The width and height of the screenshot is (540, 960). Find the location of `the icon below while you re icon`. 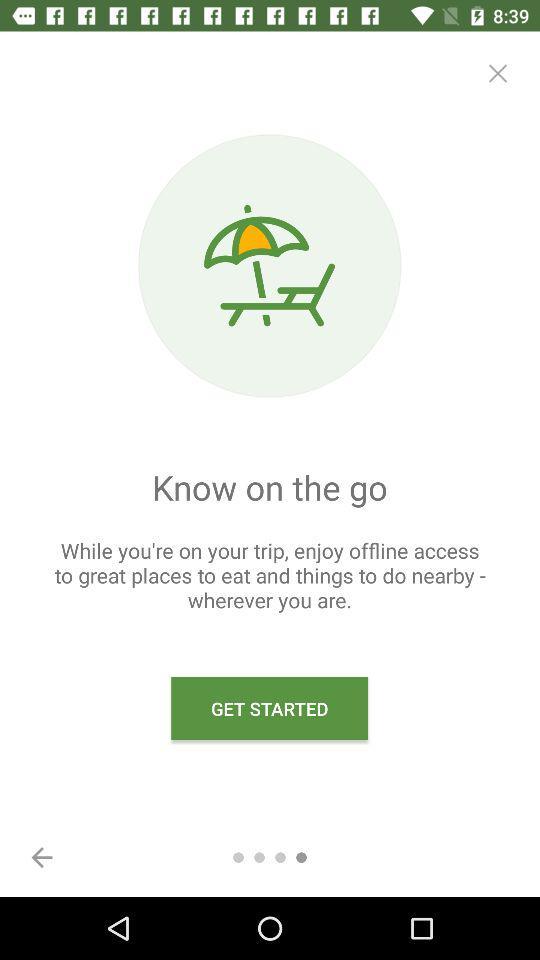

the icon below while you re icon is located at coordinates (42, 856).